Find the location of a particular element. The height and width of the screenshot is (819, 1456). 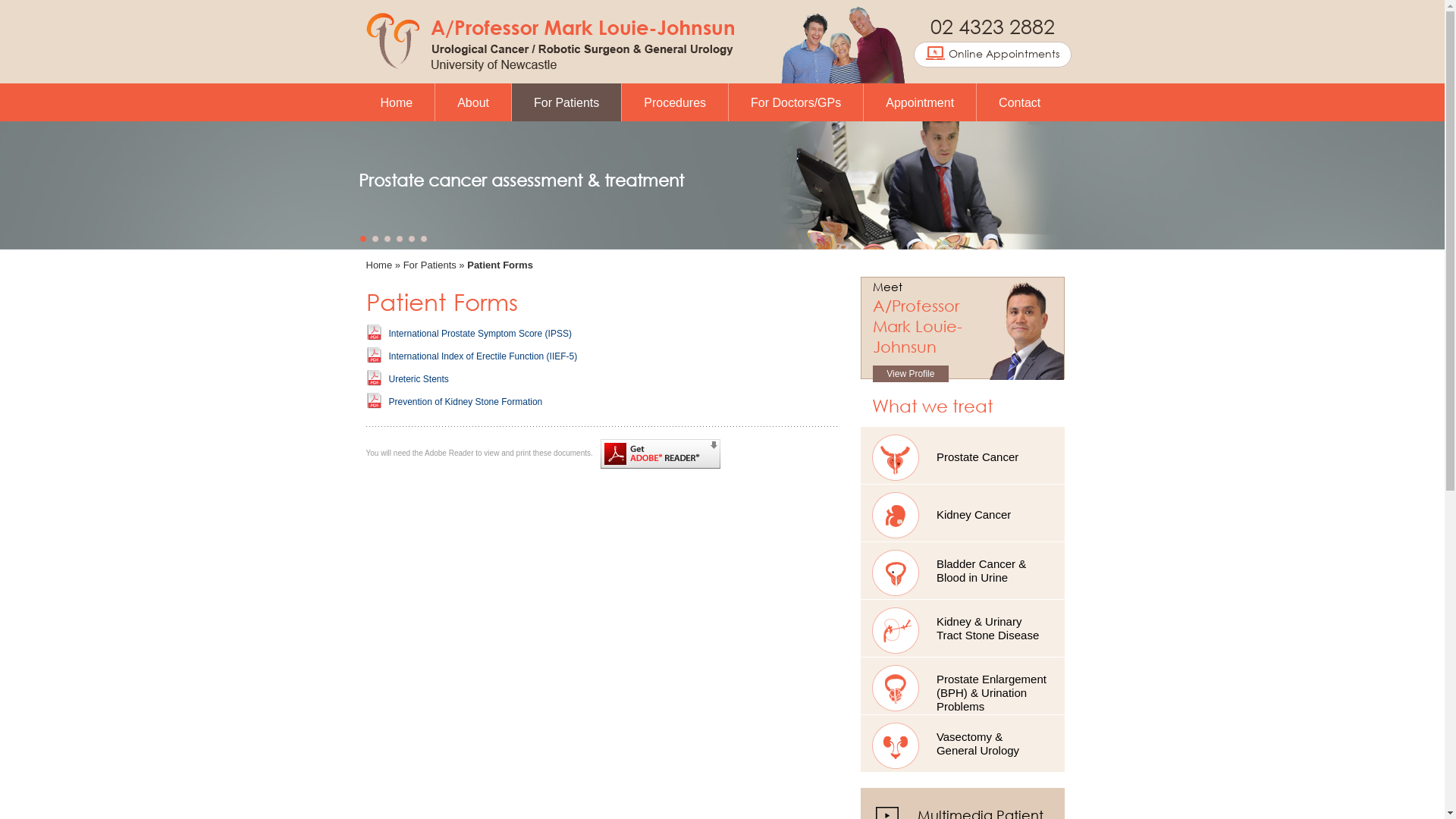

'Vasectomy & is located at coordinates (962, 742).